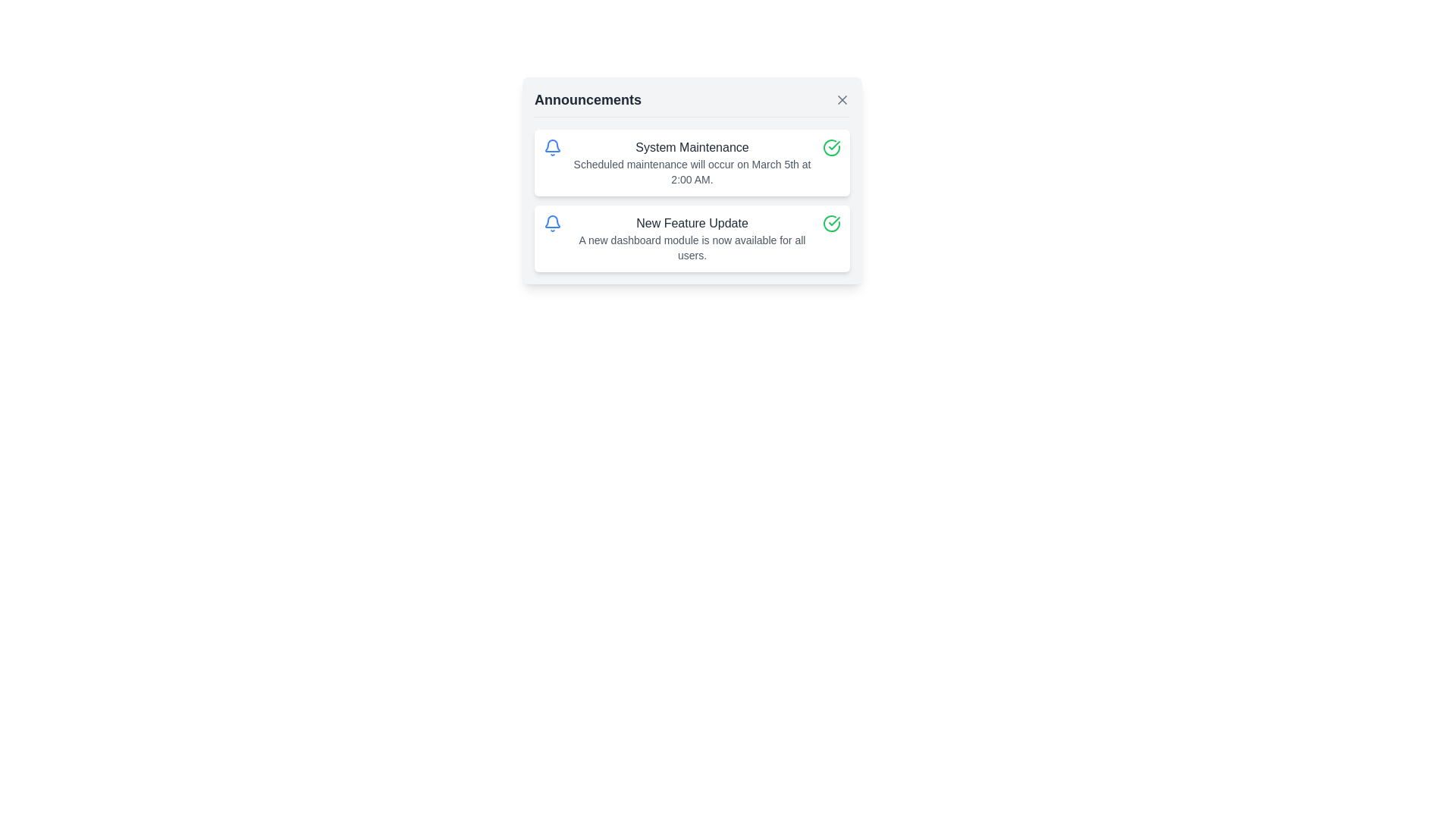  Describe the element at coordinates (691, 148) in the screenshot. I see `text content of the Text heading that serves as the title for the first announcement in the Announcements panel, located at the top of the card` at that location.